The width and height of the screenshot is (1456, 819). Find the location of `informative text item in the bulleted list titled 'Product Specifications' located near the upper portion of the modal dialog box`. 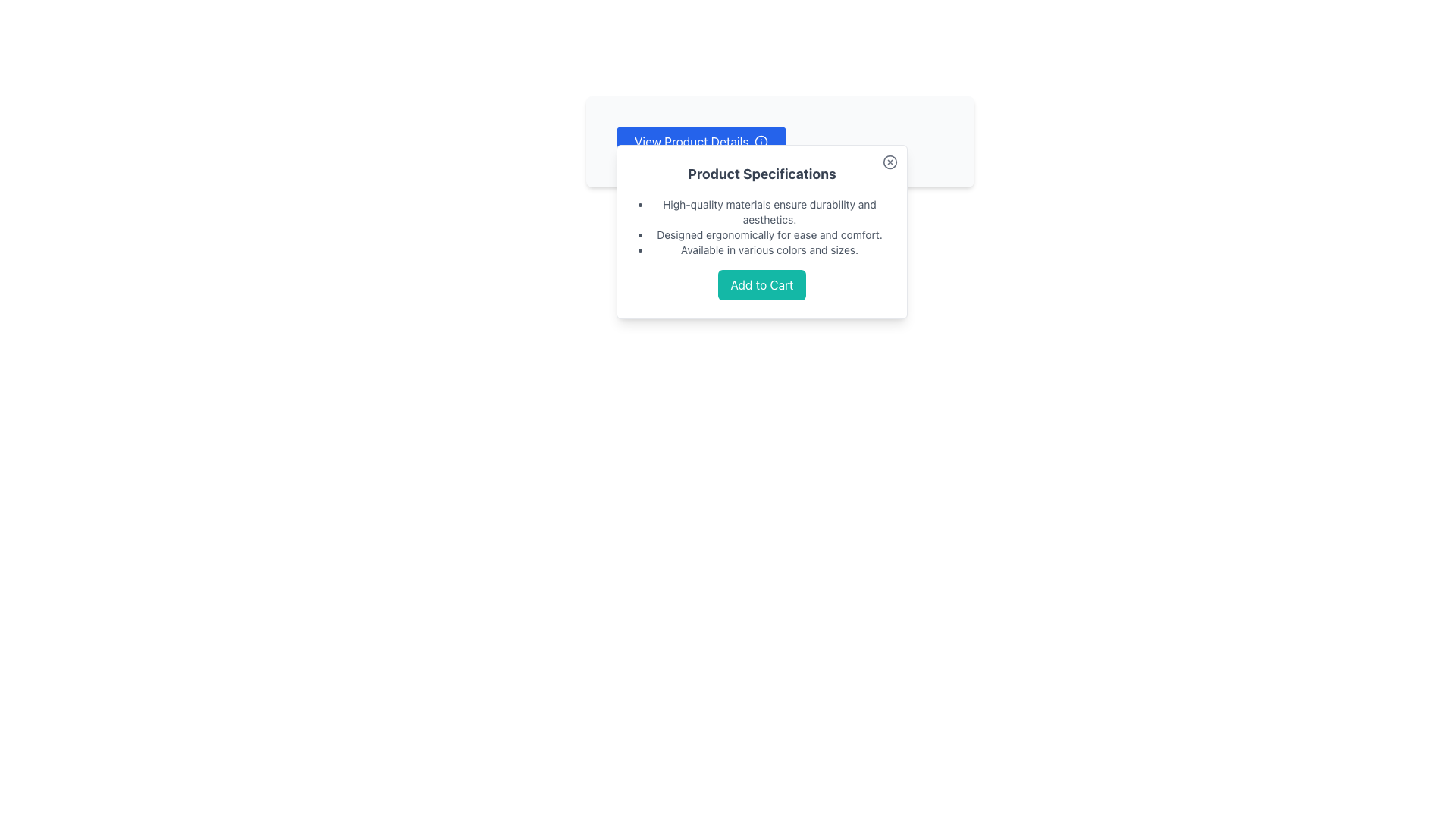

informative text item in the bulleted list titled 'Product Specifications' located near the upper portion of the modal dialog box is located at coordinates (769, 212).